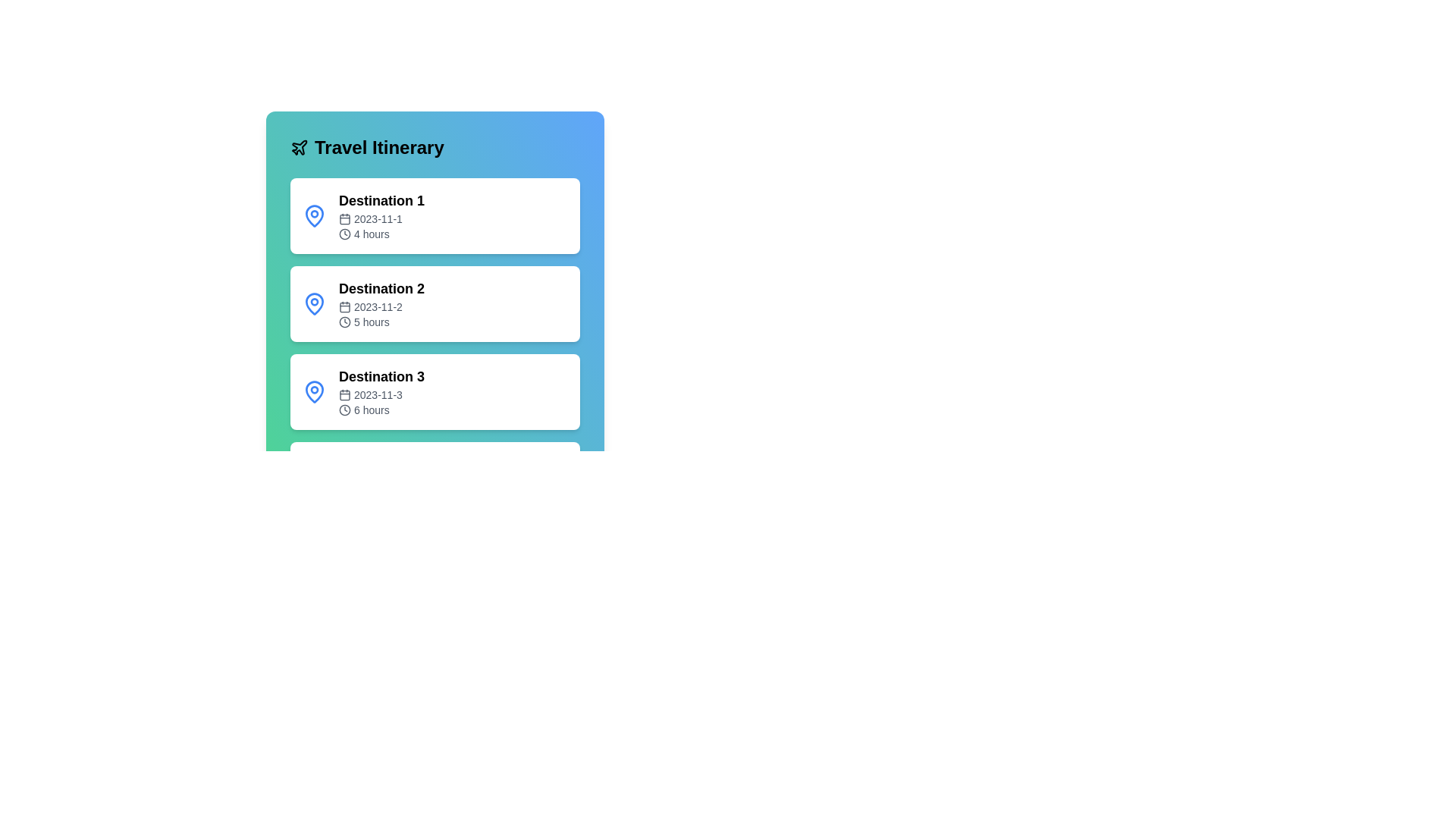 This screenshot has height=819, width=1456. Describe the element at coordinates (344, 409) in the screenshot. I see `the circular graphical component that represents the clock face, located to the left of the '6 hours' text in the 'Destination 3' section` at that location.